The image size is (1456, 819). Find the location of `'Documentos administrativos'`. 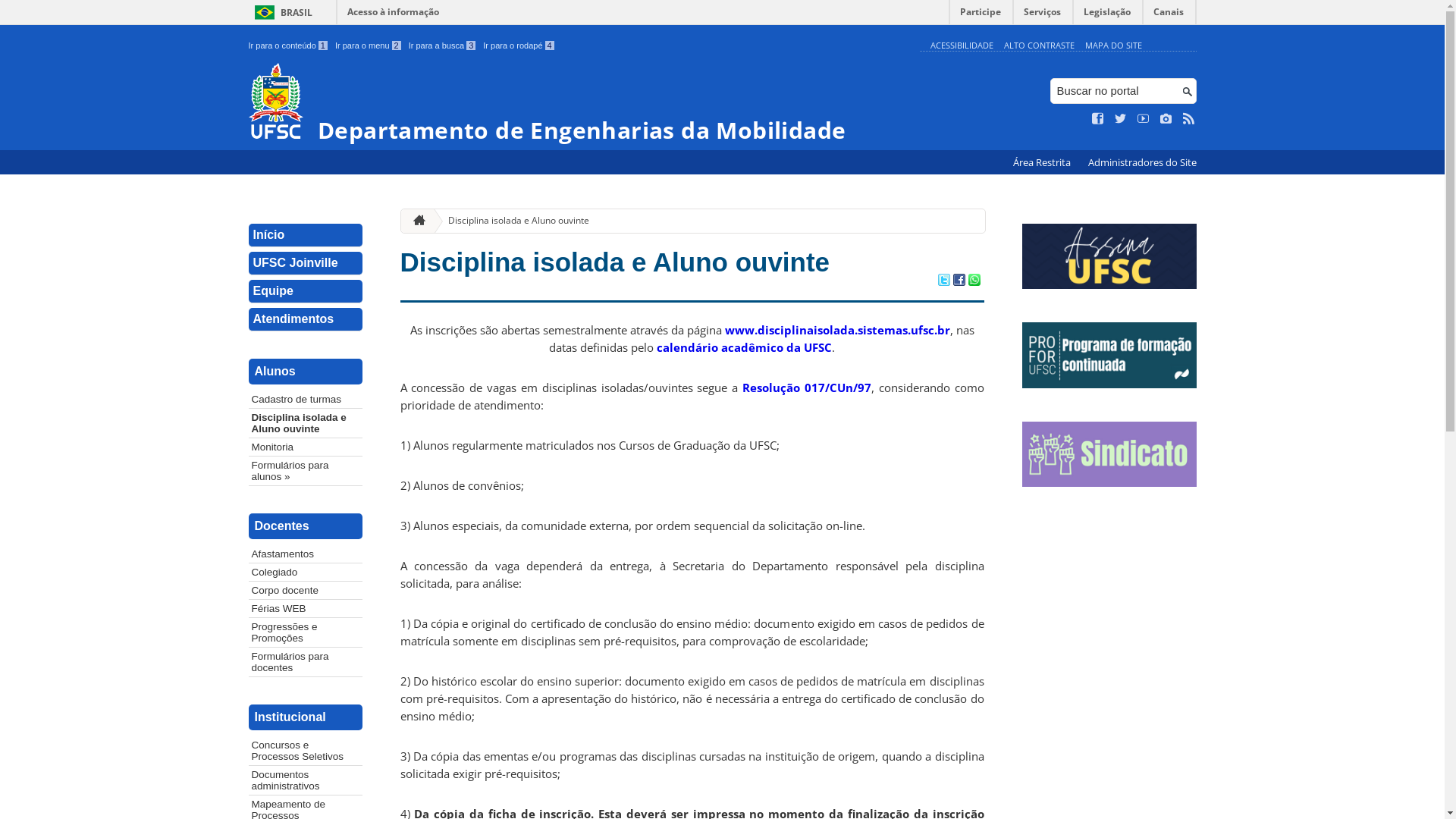

'Documentos administrativos' is located at coordinates (305, 780).